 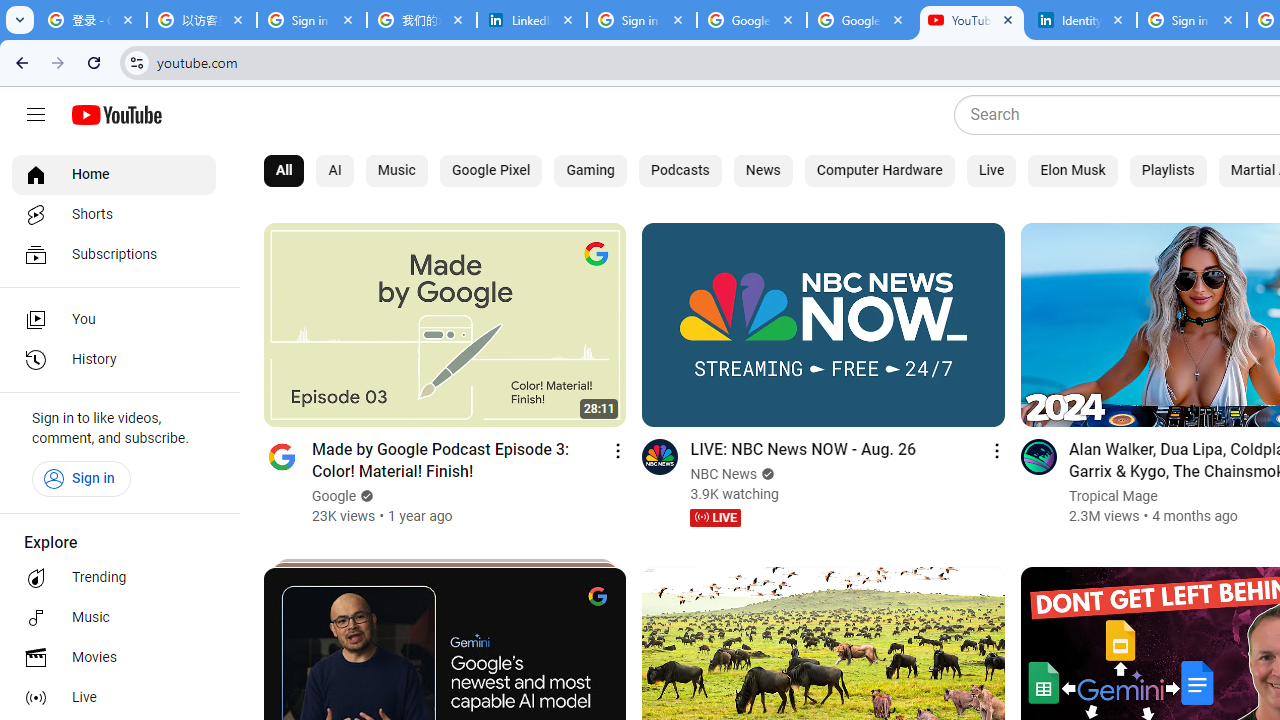 What do you see at coordinates (642, 20) in the screenshot?
I see `'Sign in - Google Accounts'` at bounding box center [642, 20].